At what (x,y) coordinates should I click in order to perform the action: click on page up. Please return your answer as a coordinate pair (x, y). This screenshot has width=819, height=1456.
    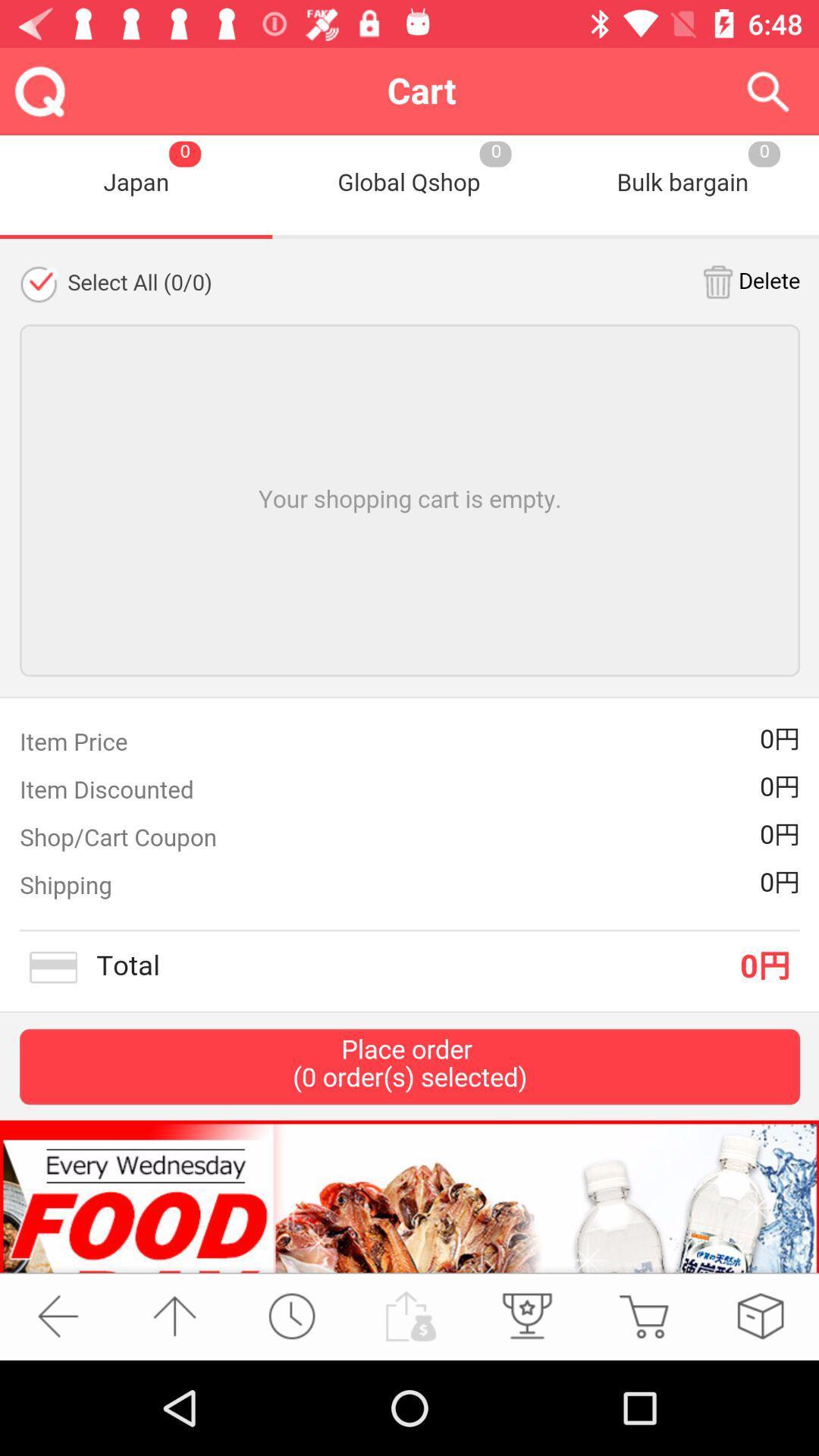
    Looking at the image, I should click on (174, 1315).